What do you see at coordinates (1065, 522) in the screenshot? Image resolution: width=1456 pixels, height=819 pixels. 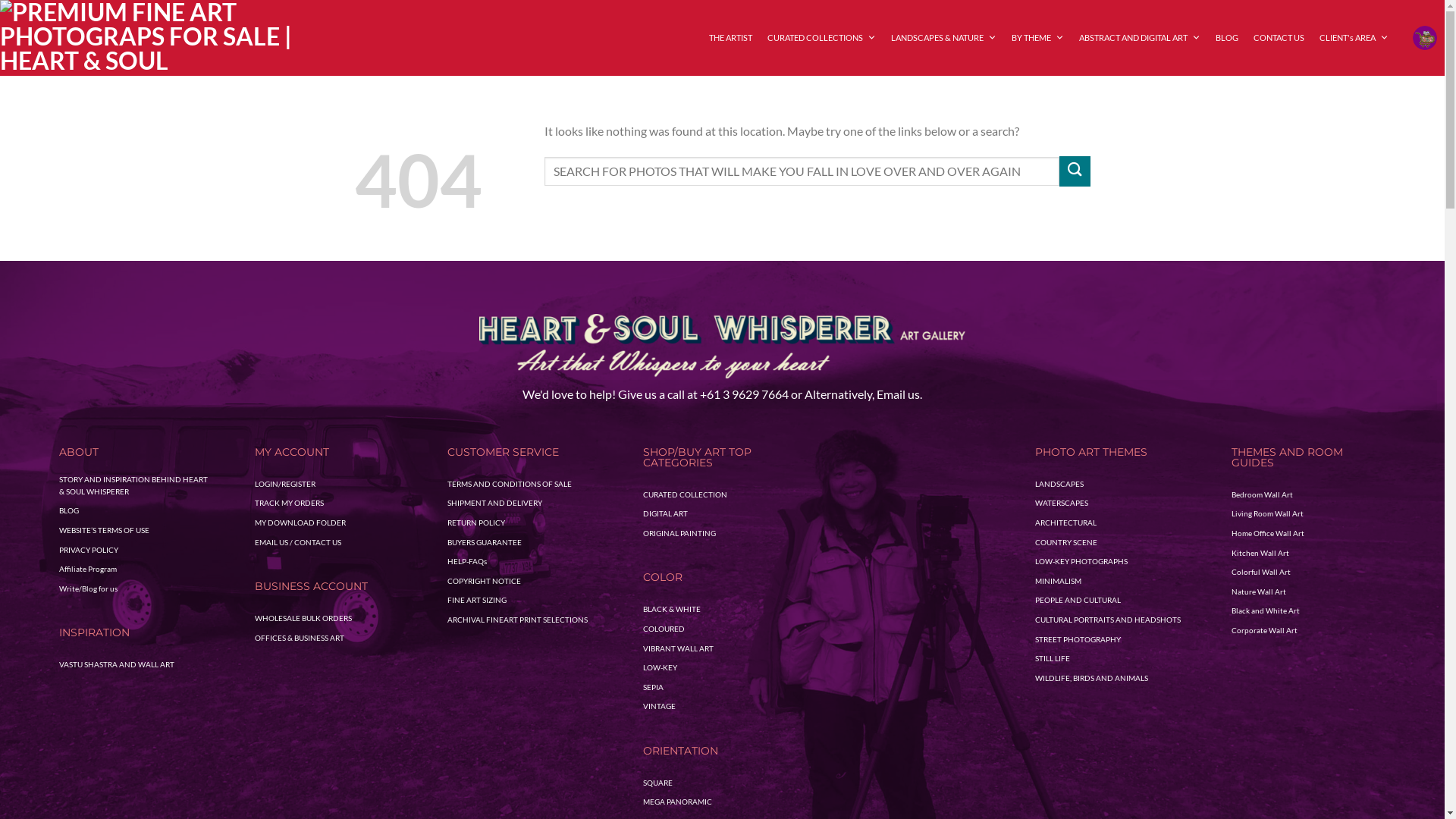 I see `'ARCHITECTURAL'` at bounding box center [1065, 522].